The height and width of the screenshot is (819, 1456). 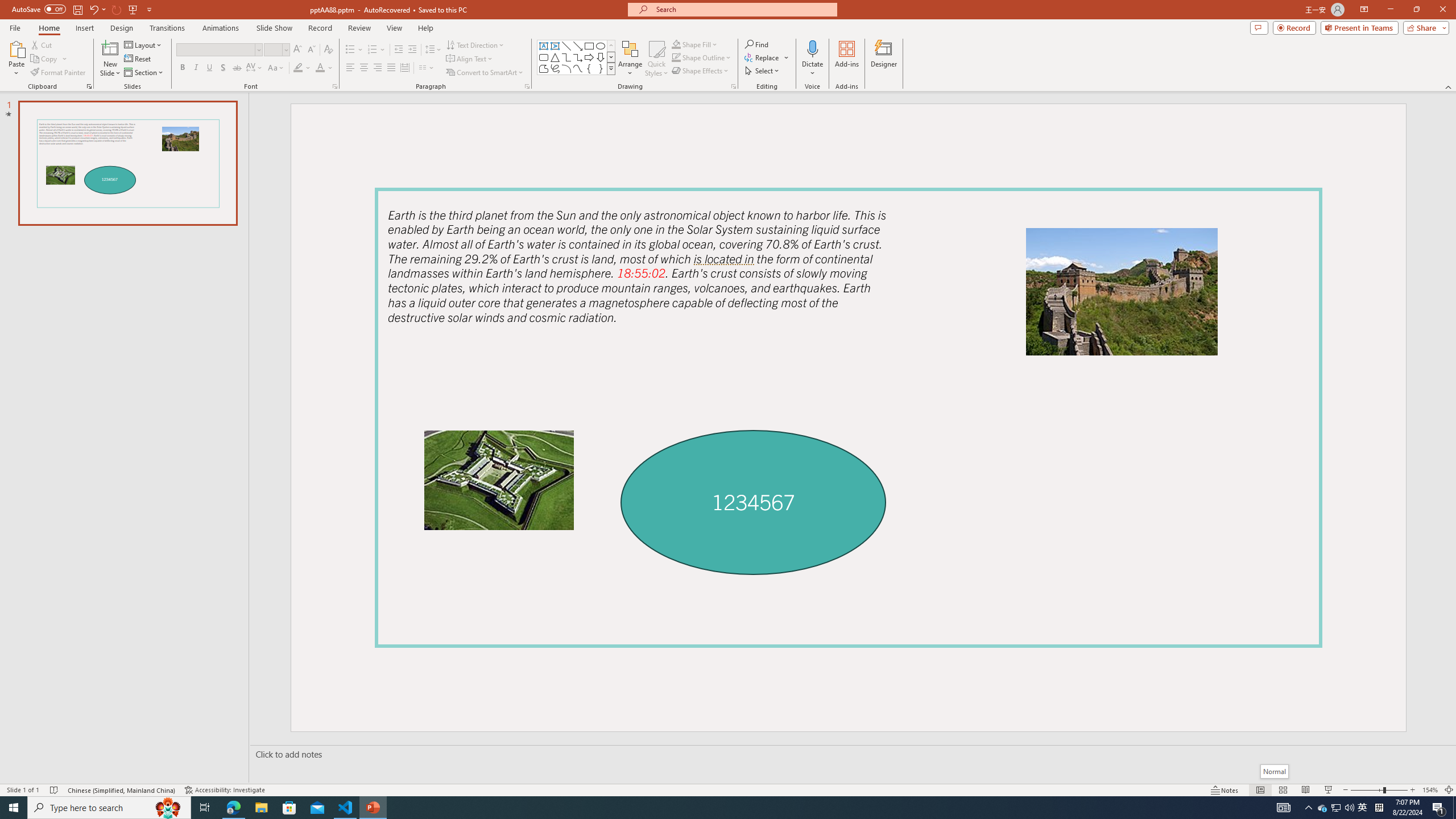 What do you see at coordinates (427, 67) in the screenshot?
I see `'Columns'` at bounding box center [427, 67].